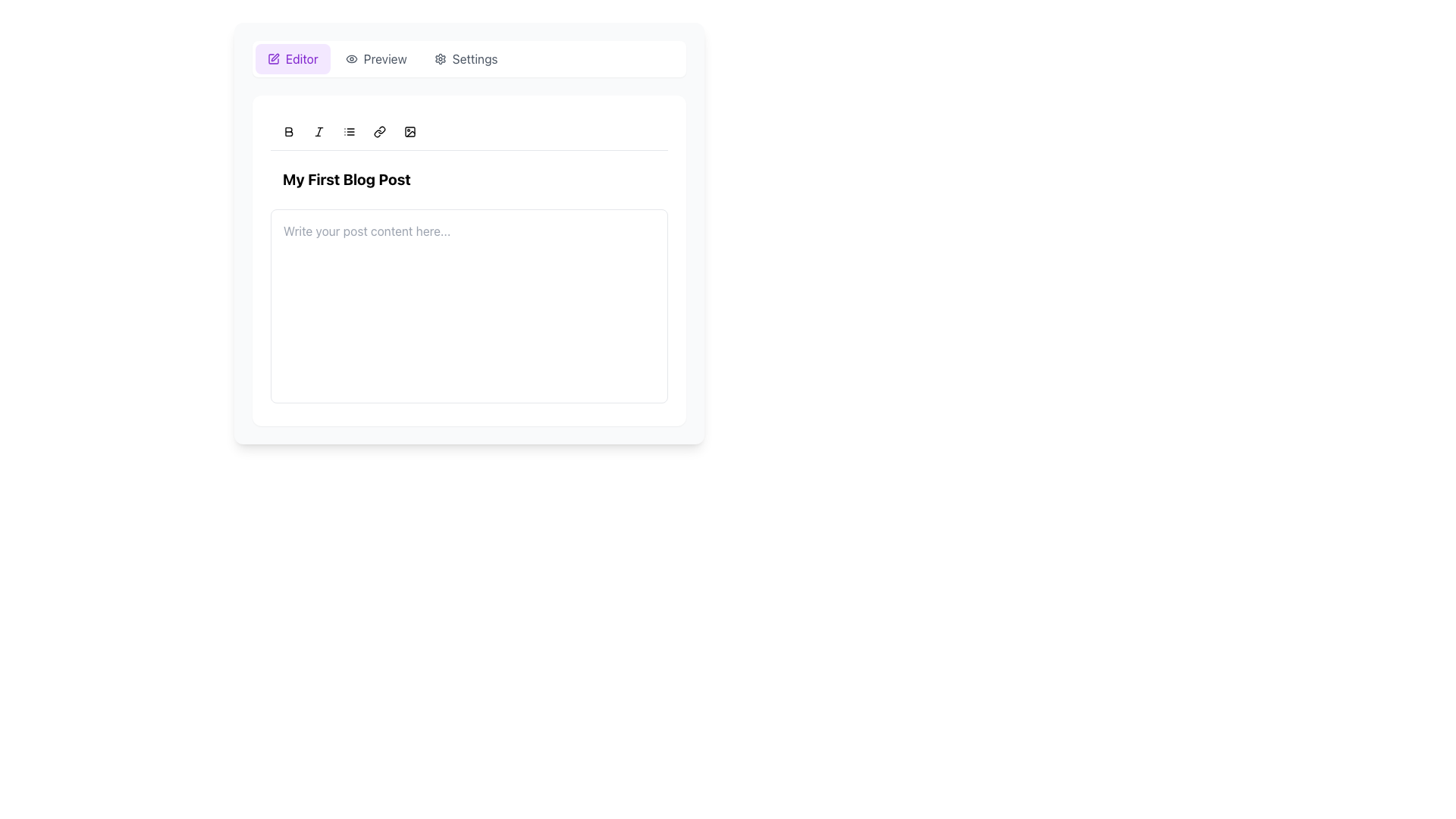 The height and width of the screenshot is (819, 1456). Describe the element at coordinates (376, 58) in the screenshot. I see `the 'Preview' button, the second button in a horizontal arrangement of three buttons` at that location.